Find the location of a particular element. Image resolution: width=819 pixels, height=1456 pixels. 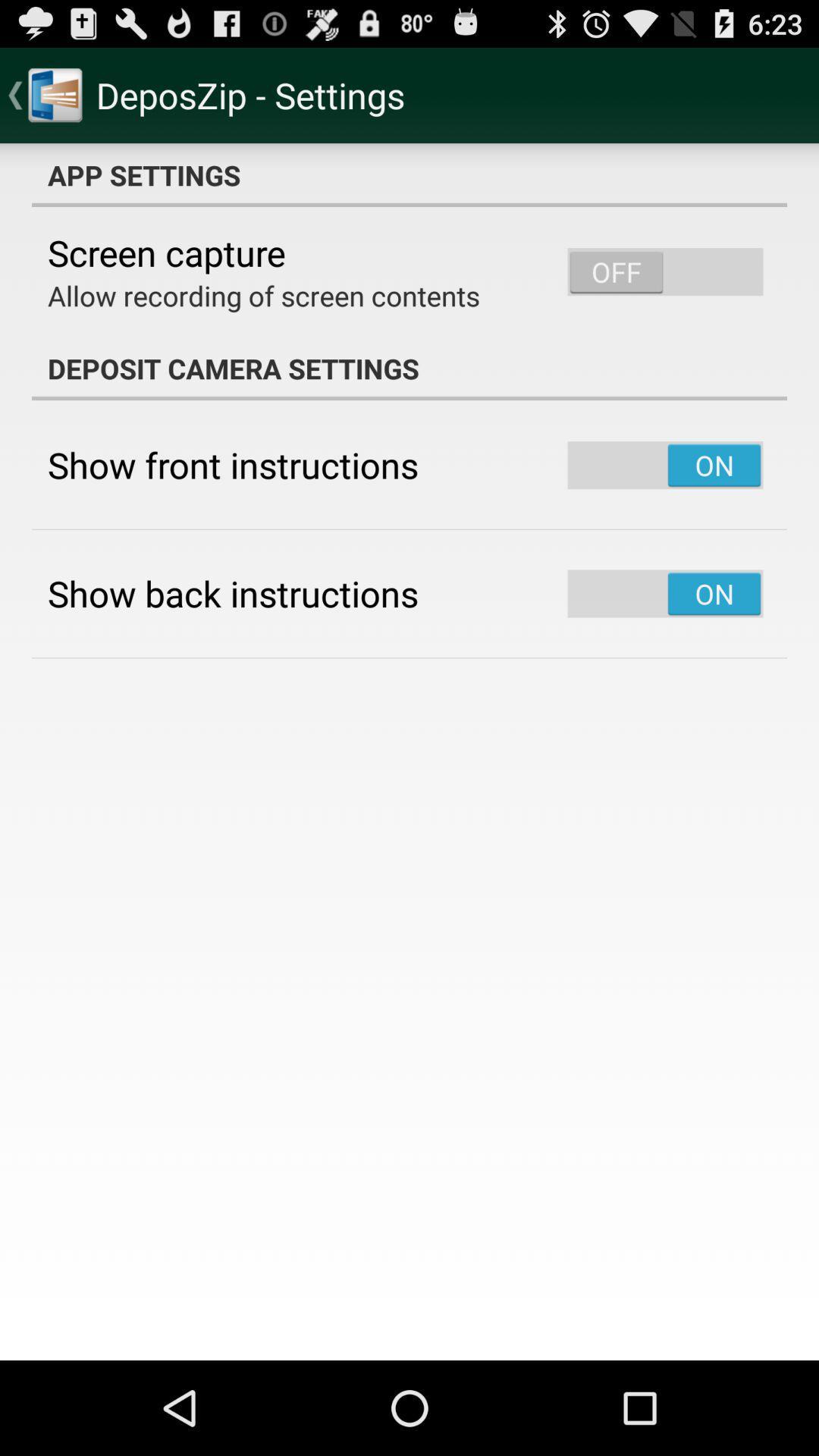

the app settings item is located at coordinates (409, 174).